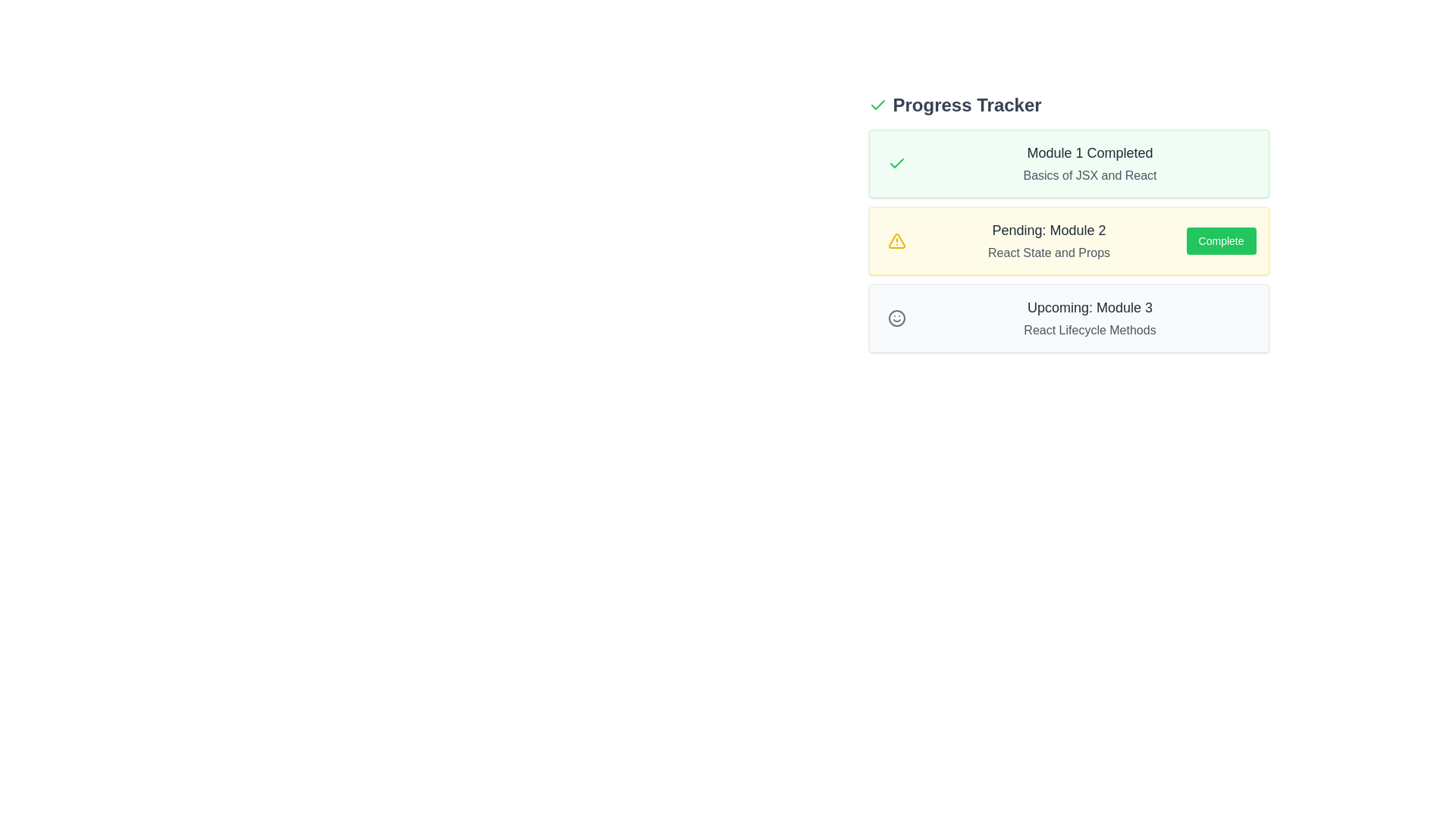 The width and height of the screenshot is (1456, 819). Describe the element at coordinates (896, 318) in the screenshot. I see `the smiley face SVG icon located in the 'Upcoming: Module 3' section of the progress tracker interface` at that location.